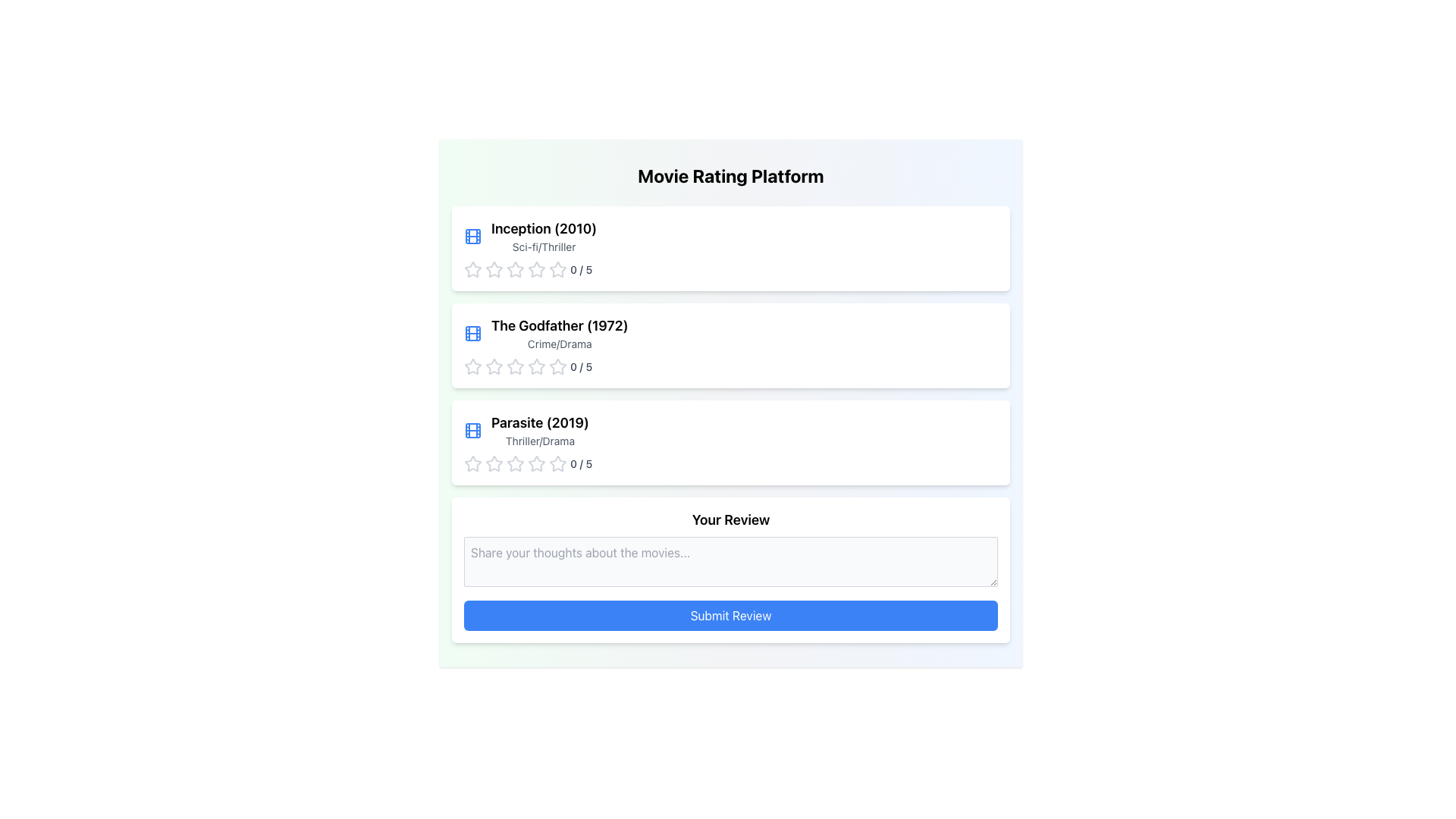 This screenshot has height=819, width=1456. Describe the element at coordinates (472, 268) in the screenshot. I see `the first gray, unfilled star icon in the rating row for the movie 'Inception (2010)' to rate it` at that location.